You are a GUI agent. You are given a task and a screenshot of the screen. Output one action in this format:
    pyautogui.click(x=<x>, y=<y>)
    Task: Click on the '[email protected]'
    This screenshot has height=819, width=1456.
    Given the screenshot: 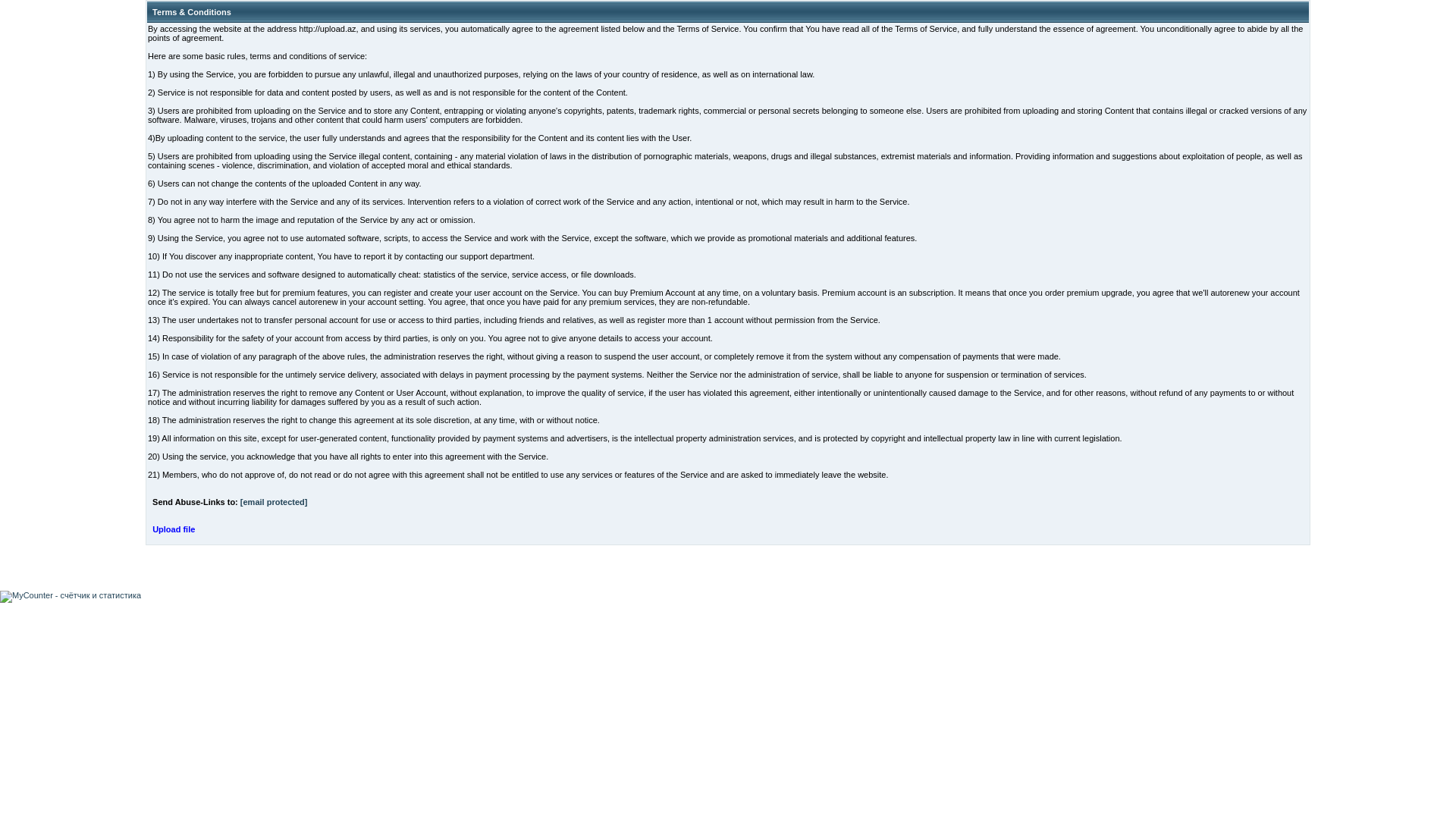 What is the action you would take?
    pyautogui.click(x=274, y=502)
    